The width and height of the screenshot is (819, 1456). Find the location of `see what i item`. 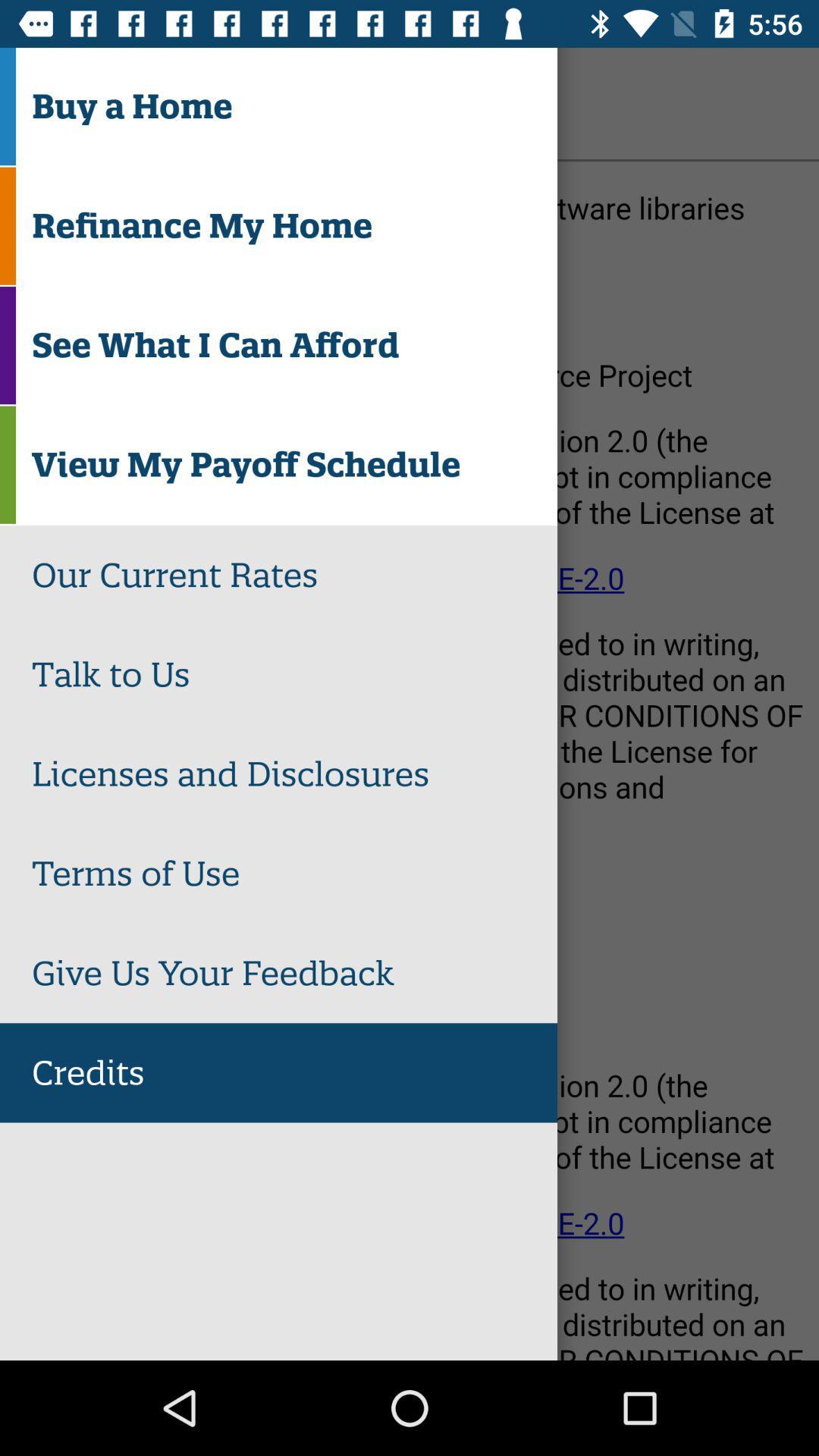

see what i item is located at coordinates (294, 344).